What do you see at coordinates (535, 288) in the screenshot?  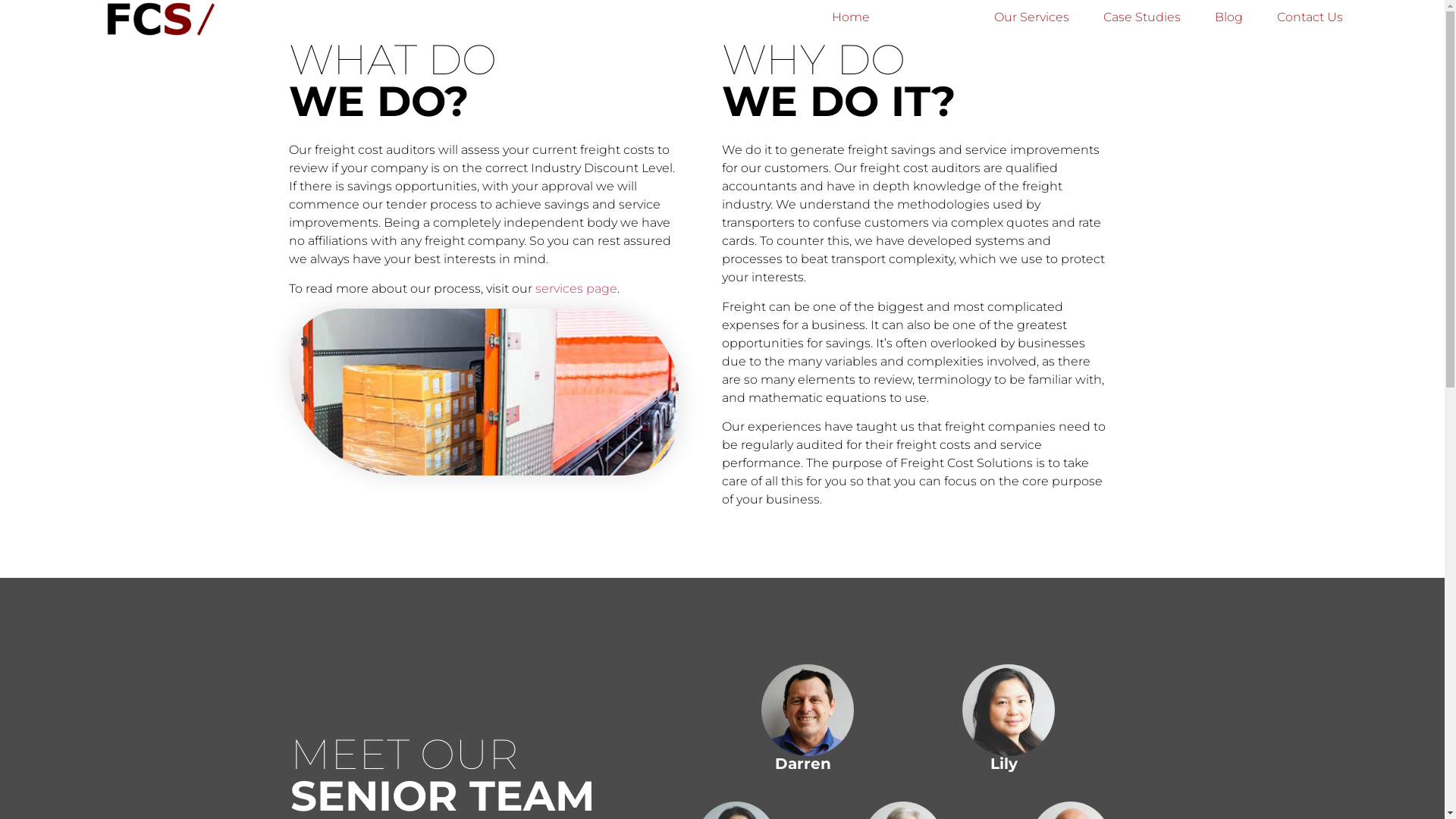 I see `'services page'` at bounding box center [535, 288].